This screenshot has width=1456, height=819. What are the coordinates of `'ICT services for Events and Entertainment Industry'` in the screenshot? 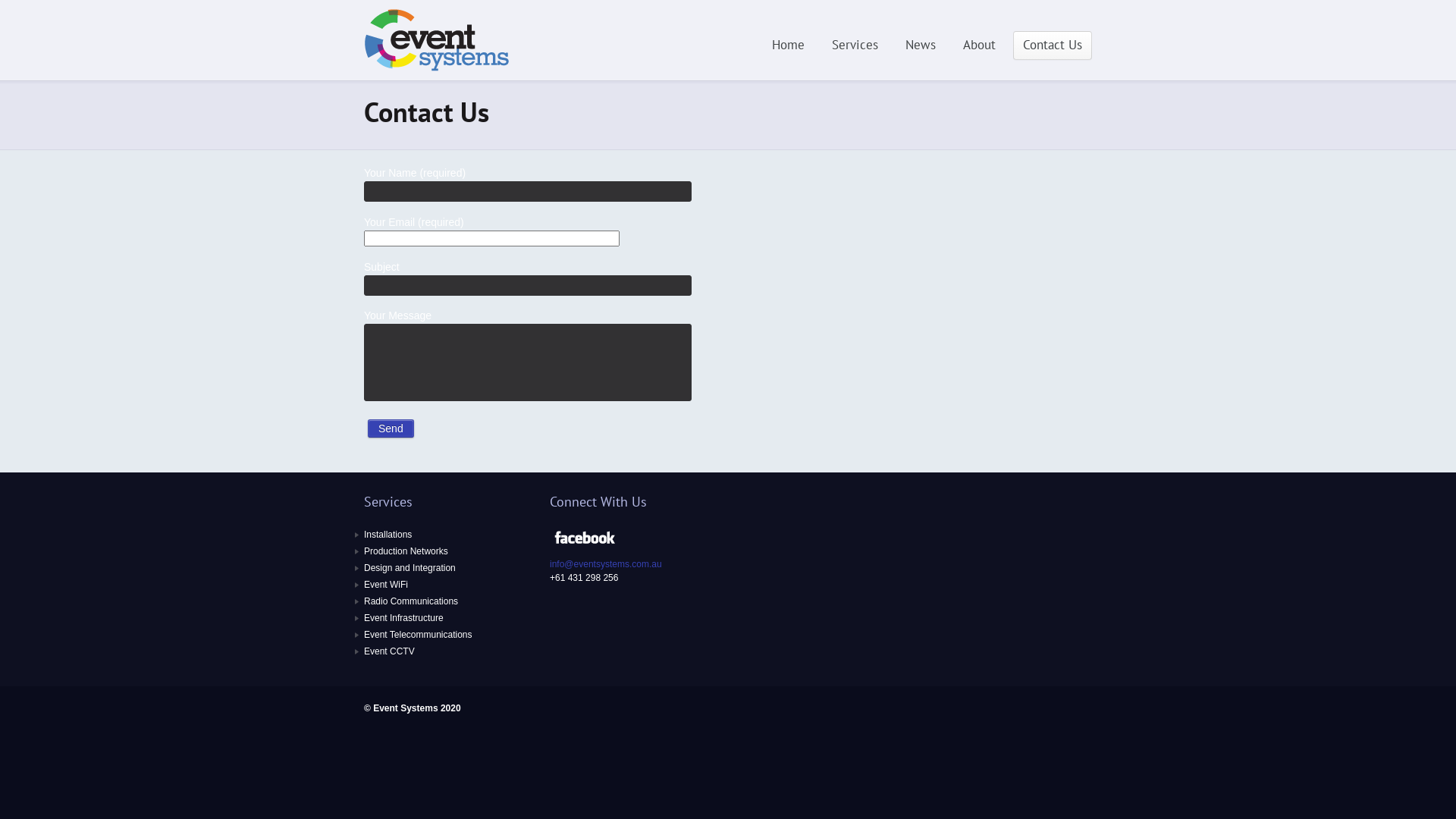 It's located at (364, 70).